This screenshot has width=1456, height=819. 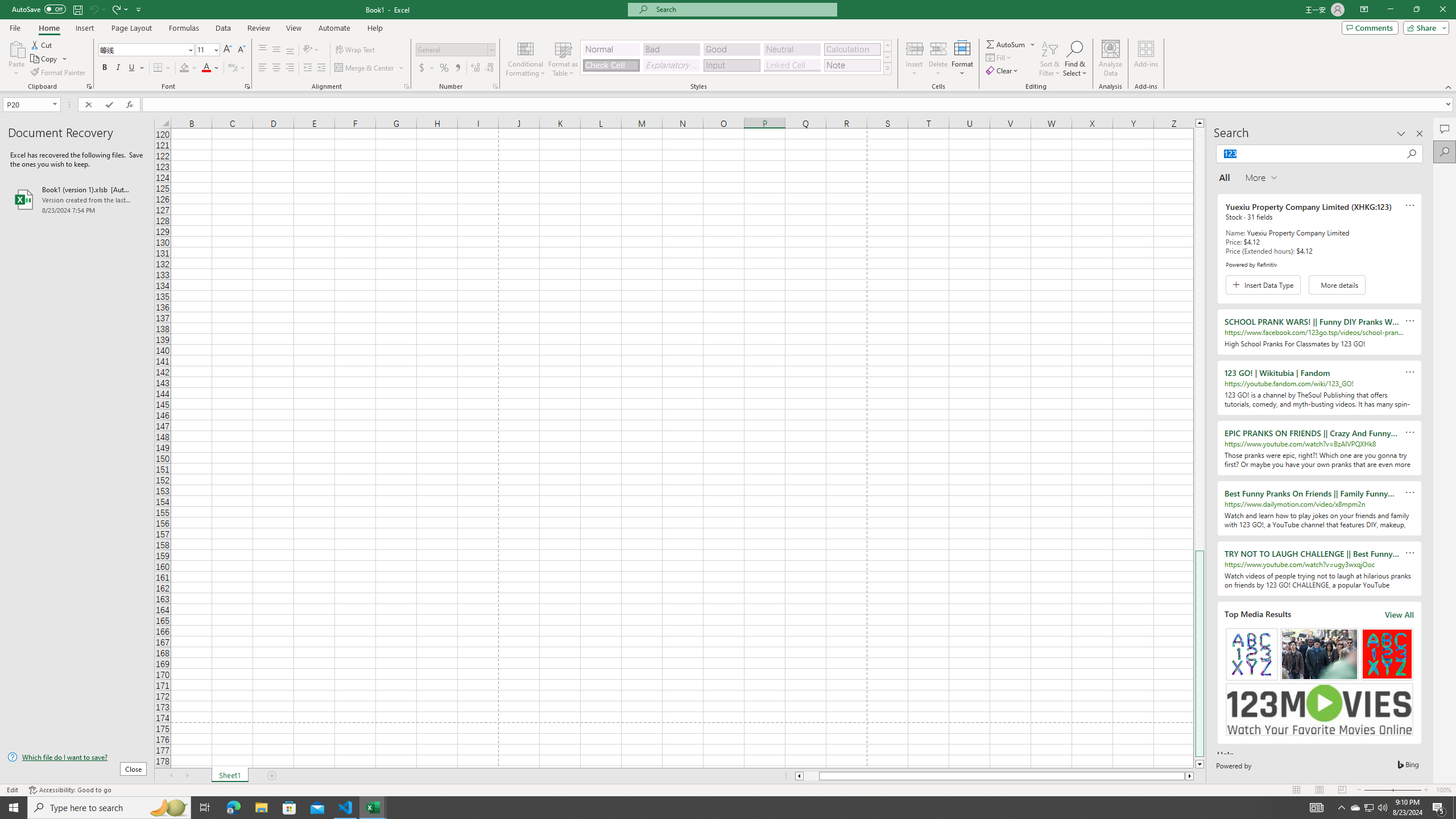 I want to click on 'Font Size', so click(x=206, y=49).